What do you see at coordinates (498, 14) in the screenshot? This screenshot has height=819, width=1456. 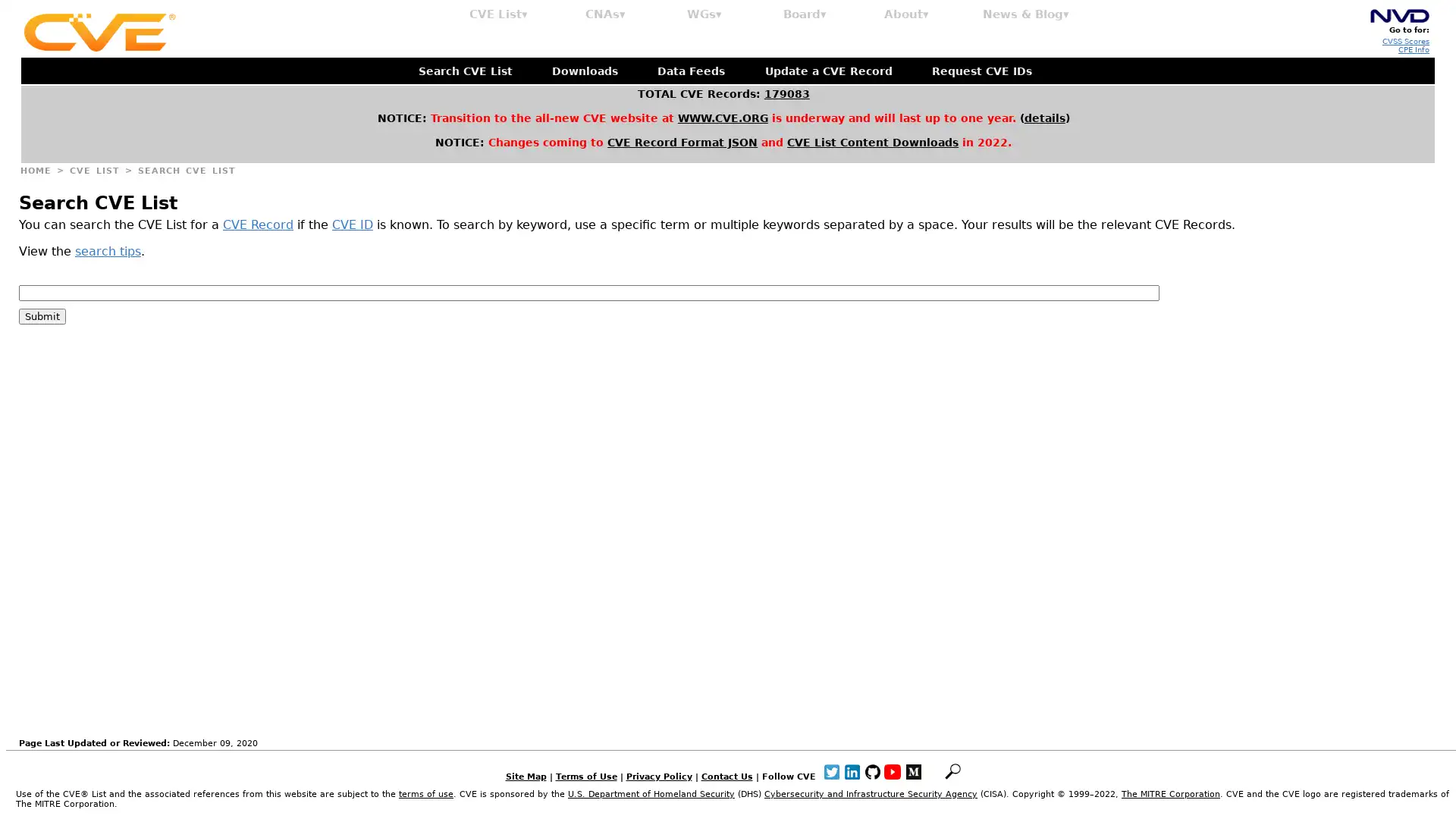 I see `CVE List` at bounding box center [498, 14].